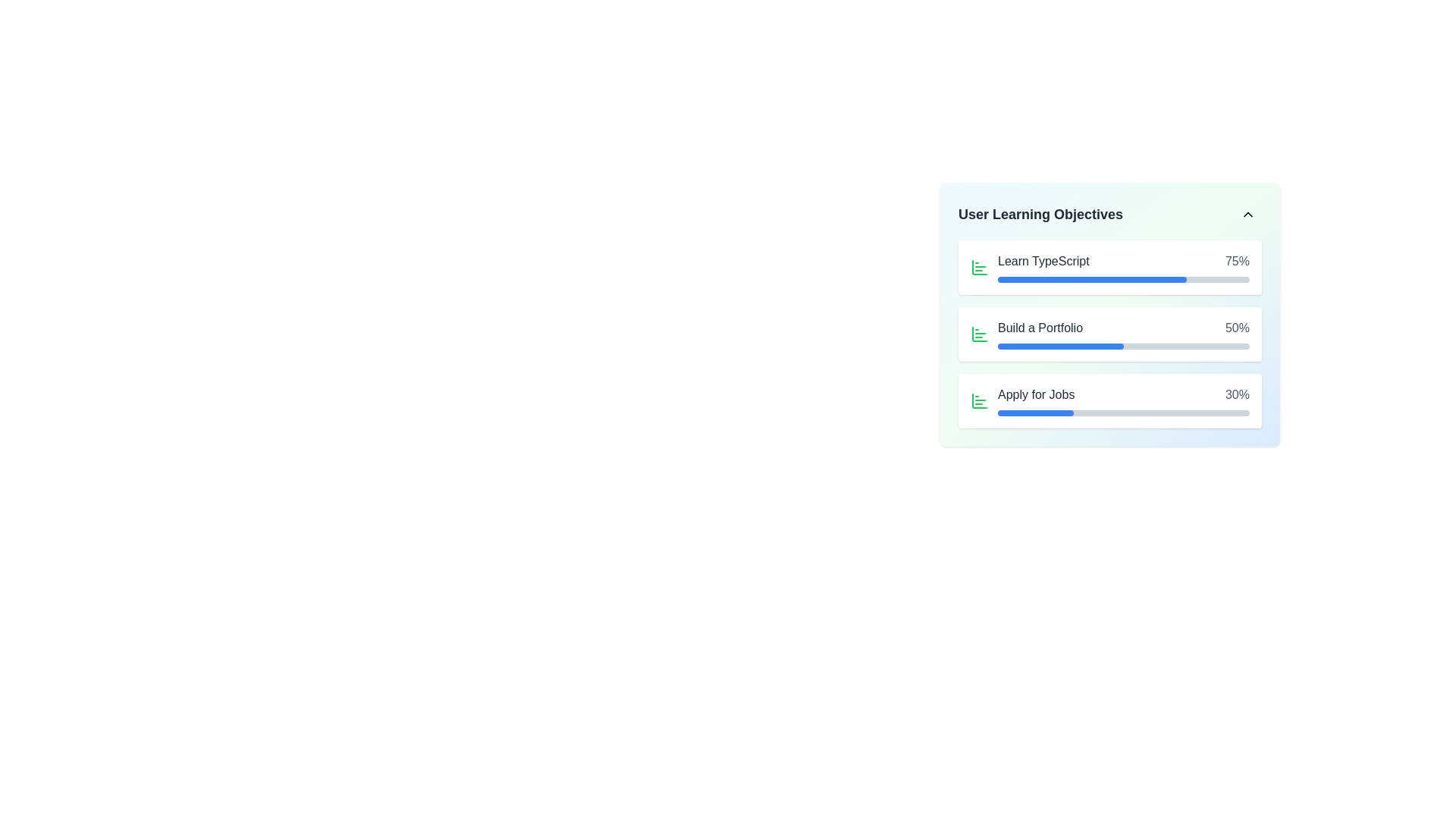 This screenshot has height=819, width=1456. What do you see at coordinates (1043, 260) in the screenshot?
I see `the 'Learn TypeScript' text label, which is part of the 'User Learning Objectives' panel, displaying the objective in medium font weight and gray color` at bounding box center [1043, 260].